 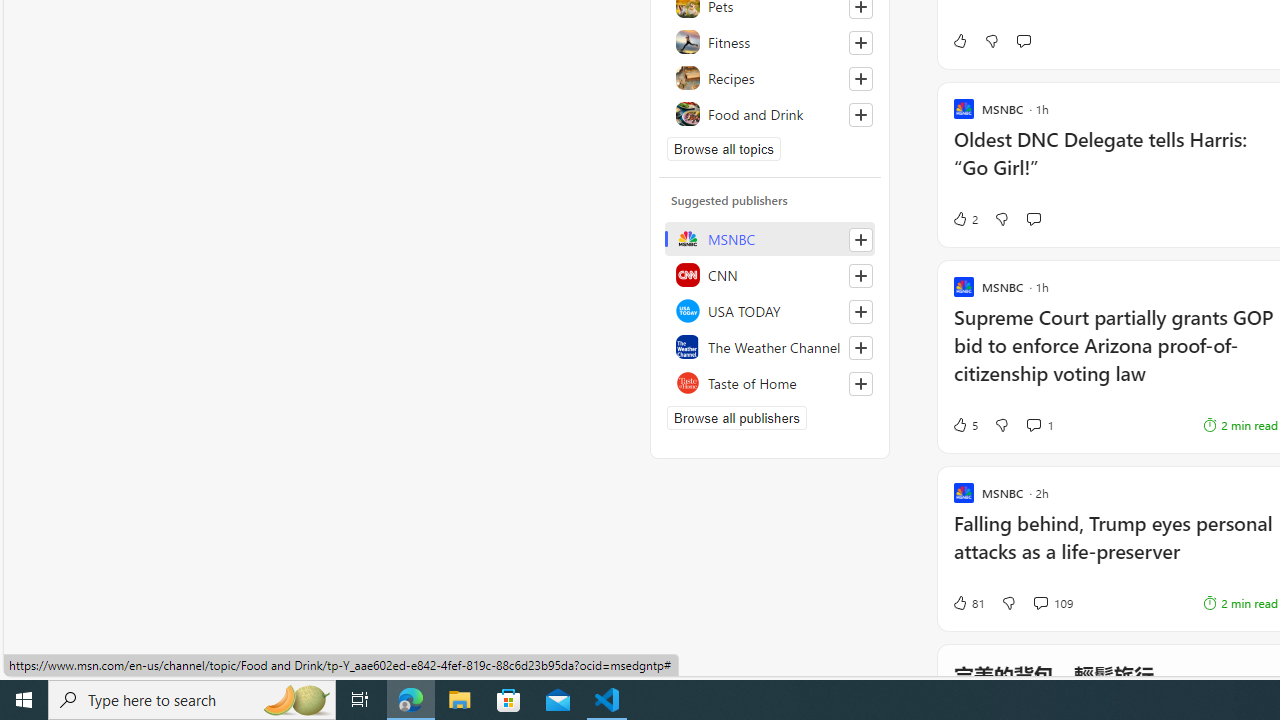 What do you see at coordinates (769, 275) in the screenshot?
I see `'CNN'` at bounding box center [769, 275].